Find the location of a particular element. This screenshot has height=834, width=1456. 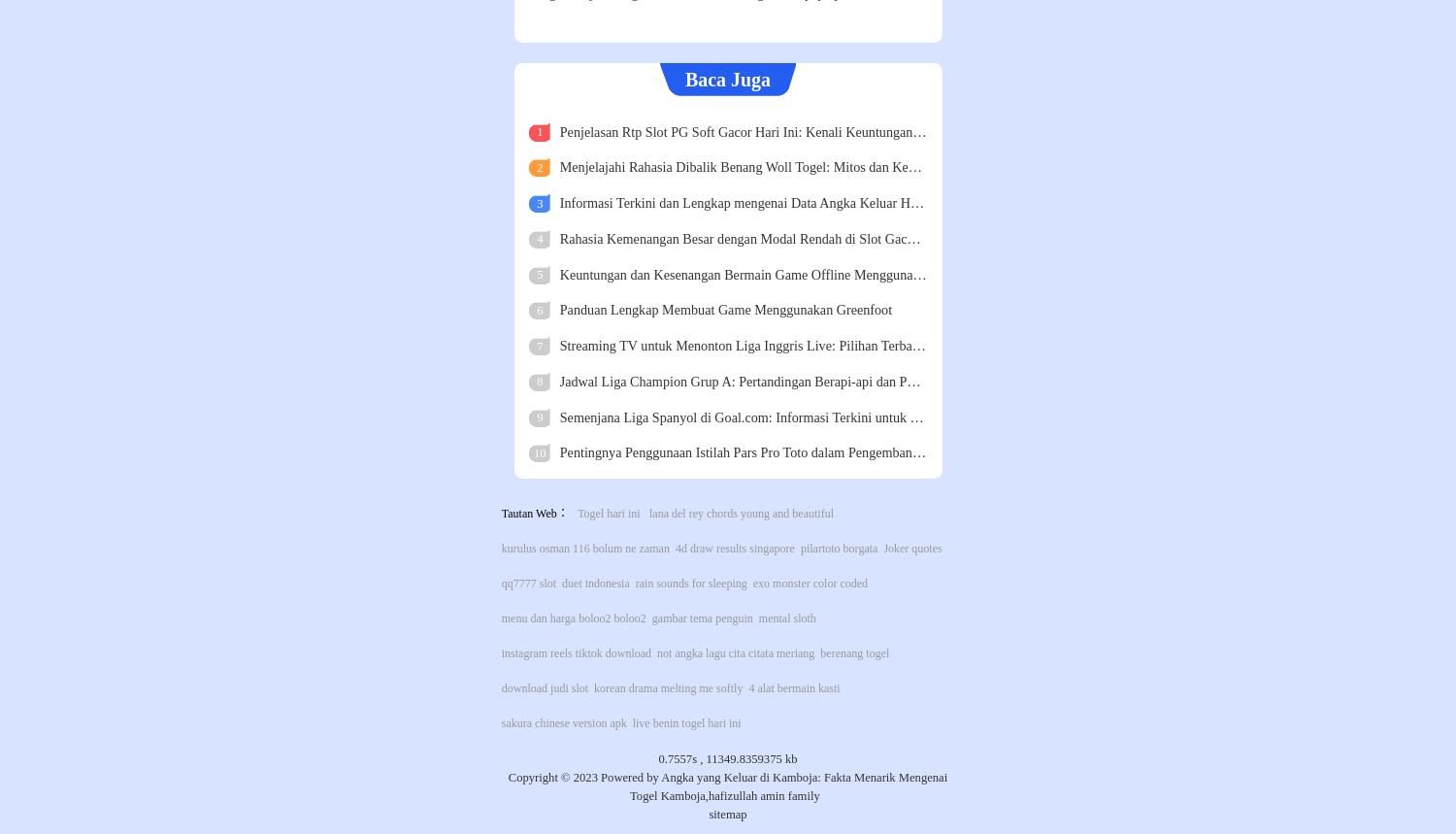

'0.7557s , 11349.8359375 kb' is located at coordinates (726, 759).